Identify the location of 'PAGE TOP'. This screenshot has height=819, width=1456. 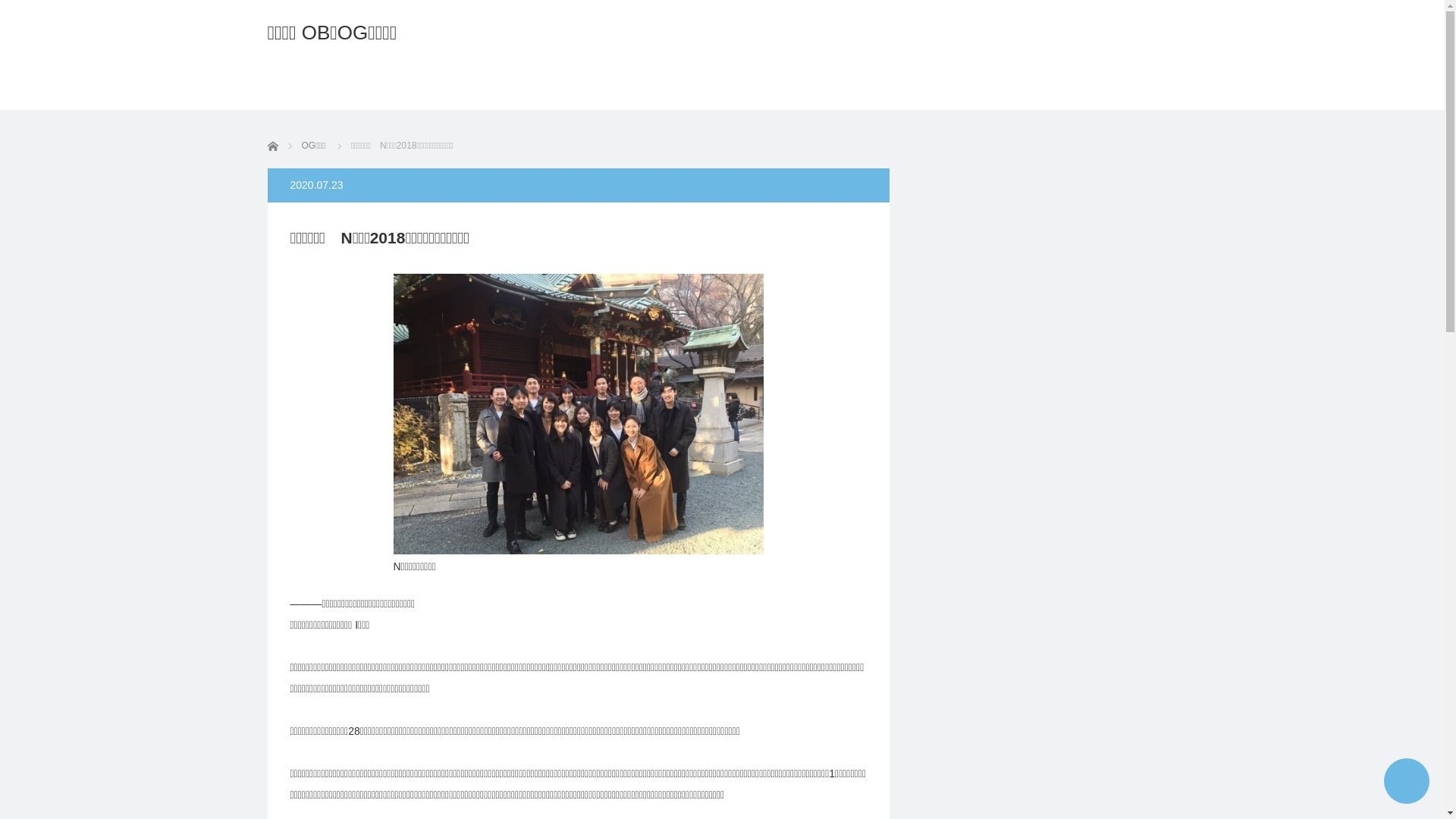
(1405, 780).